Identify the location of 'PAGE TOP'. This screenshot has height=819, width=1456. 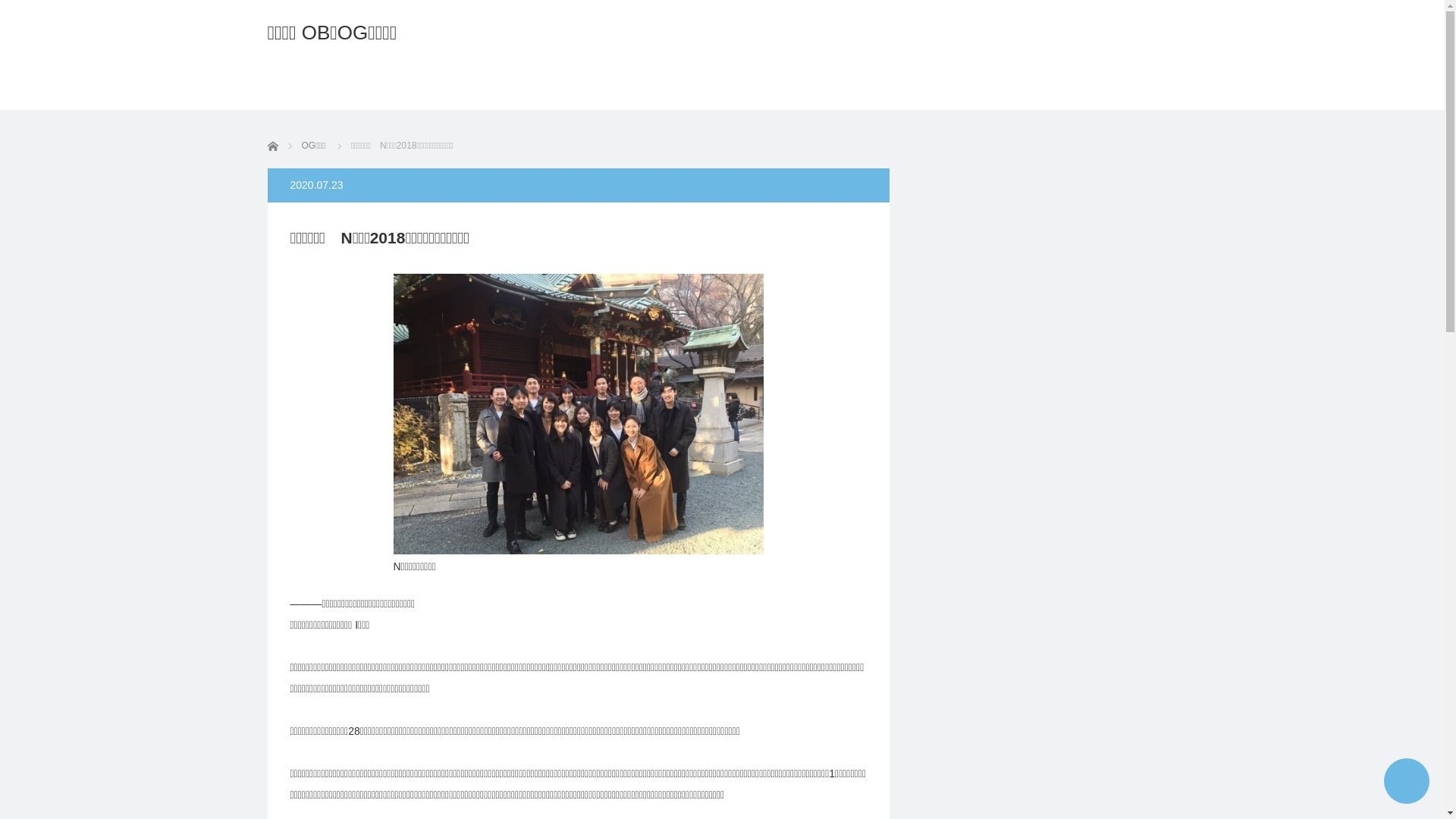
(1405, 780).